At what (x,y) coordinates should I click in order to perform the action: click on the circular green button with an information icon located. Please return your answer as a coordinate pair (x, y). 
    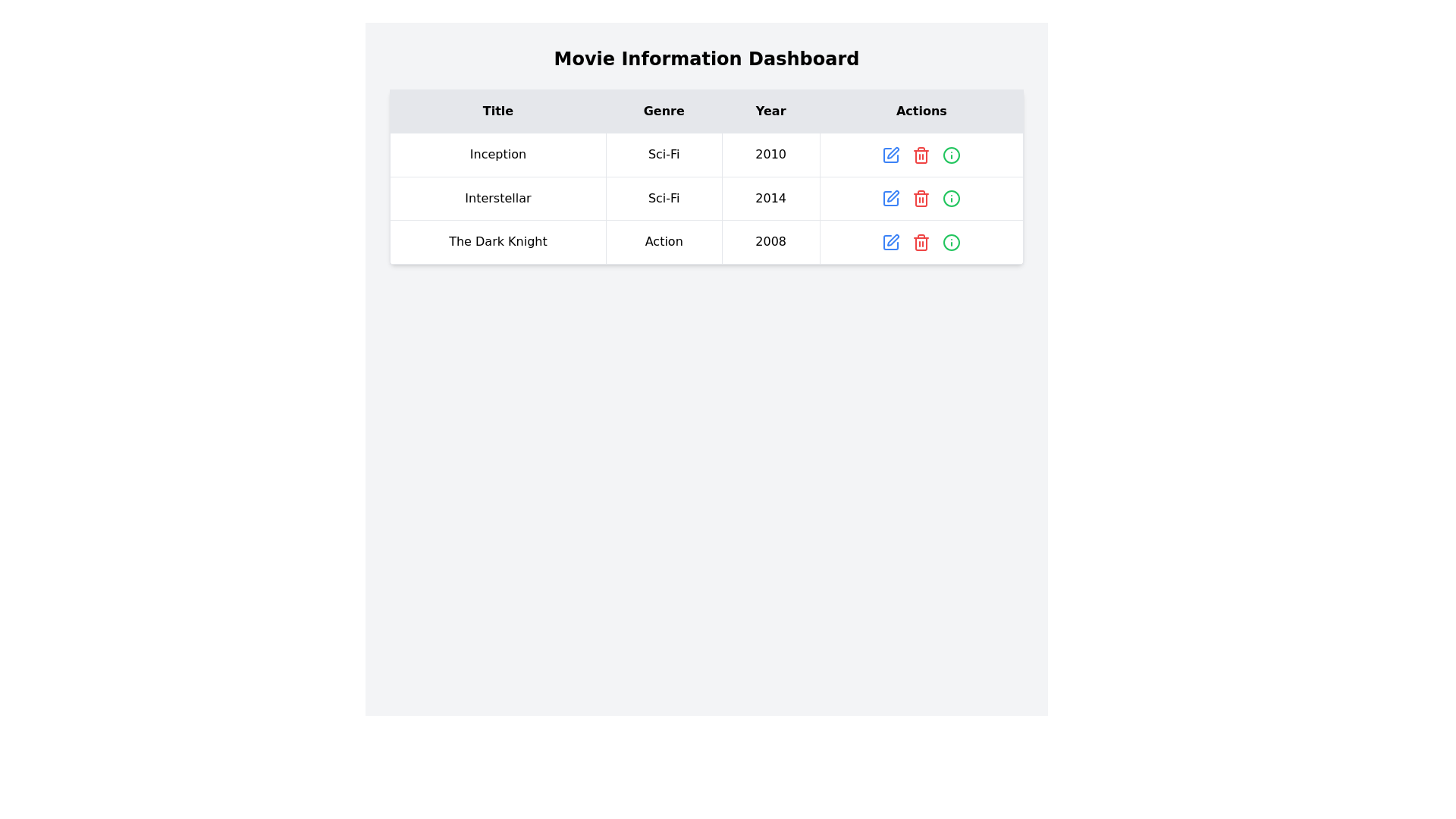
    Looking at the image, I should click on (951, 155).